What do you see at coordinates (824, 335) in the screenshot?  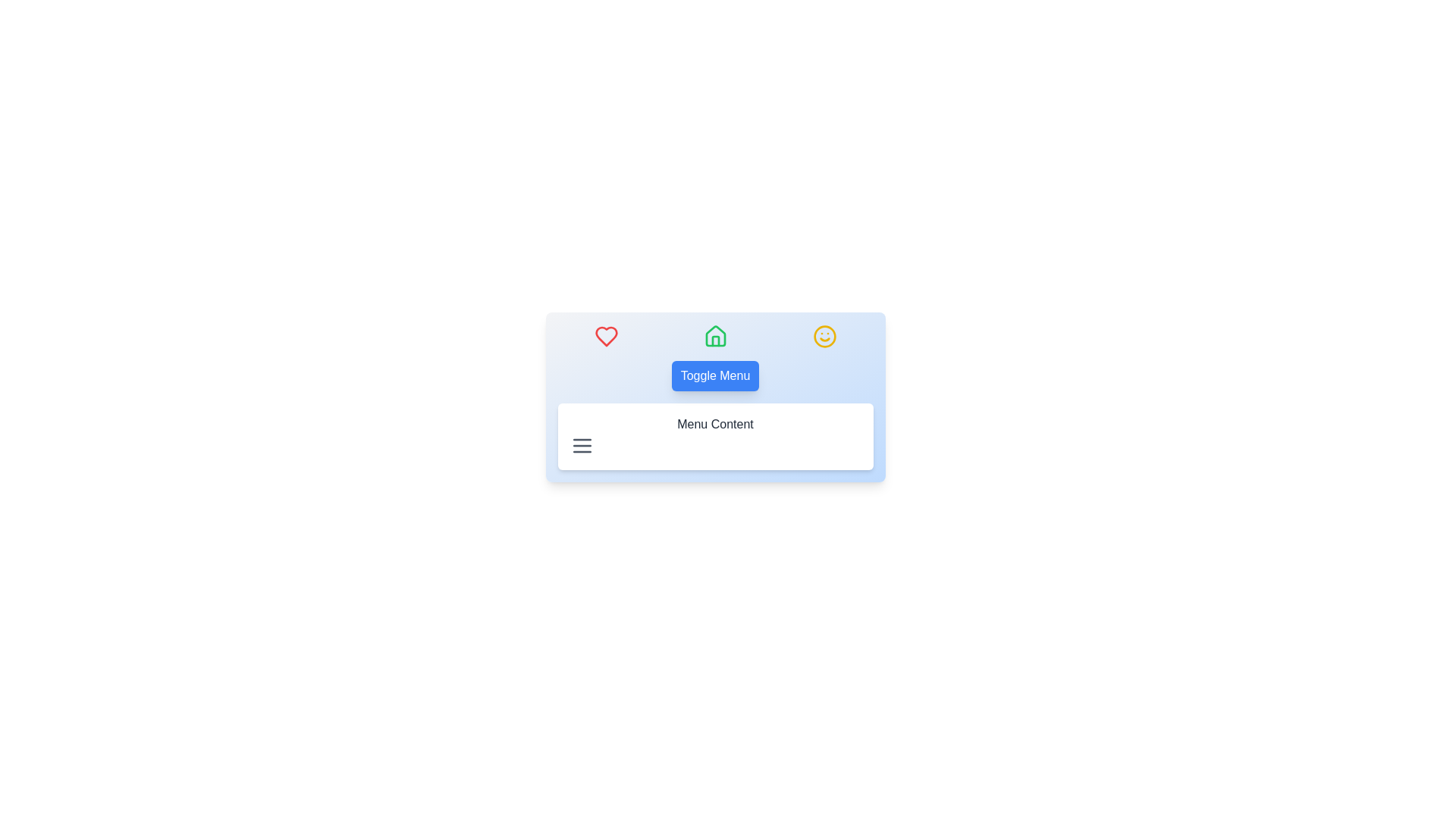 I see `the yellow smiley face icon located at the top-right corner, which is the third icon in a row of icons, to provide feedback` at bounding box center [824, 335].